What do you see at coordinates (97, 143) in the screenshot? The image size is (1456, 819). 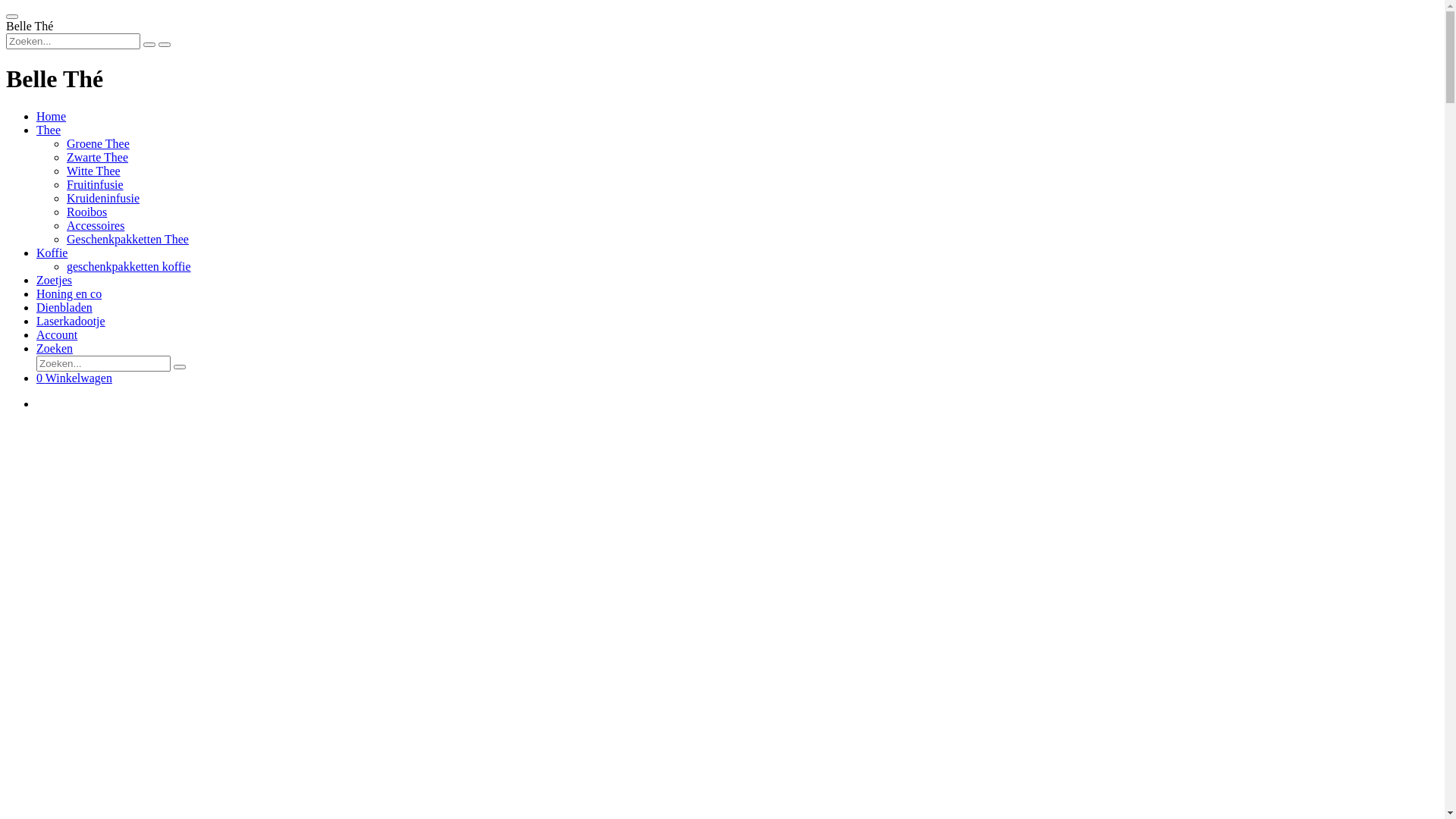 I see `'Groene Thee'` at bounding box center [97, 143].